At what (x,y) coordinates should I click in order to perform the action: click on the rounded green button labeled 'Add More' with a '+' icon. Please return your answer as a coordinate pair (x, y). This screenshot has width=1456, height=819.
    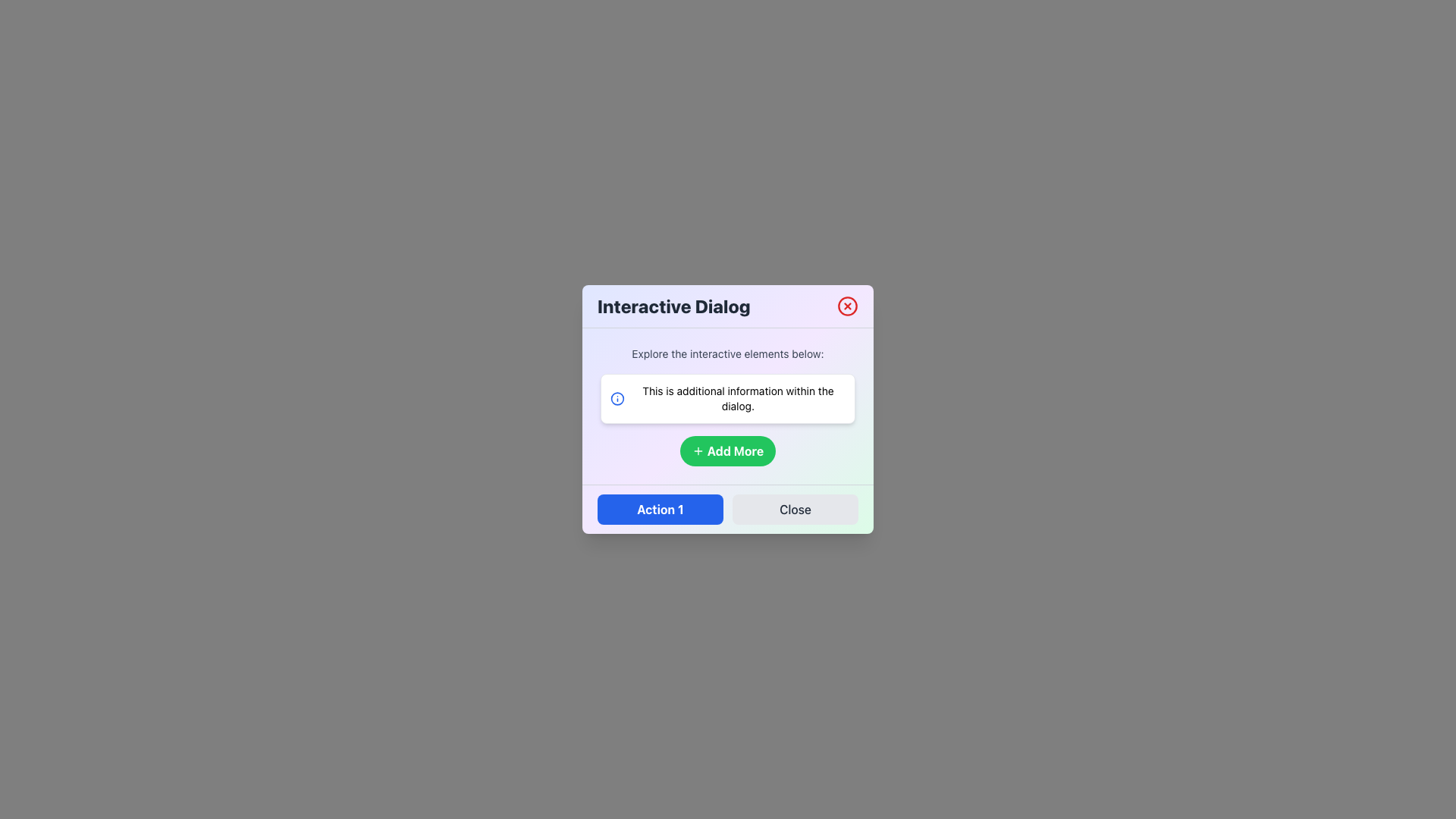
    Looking at the image, I should click on (728, 450).